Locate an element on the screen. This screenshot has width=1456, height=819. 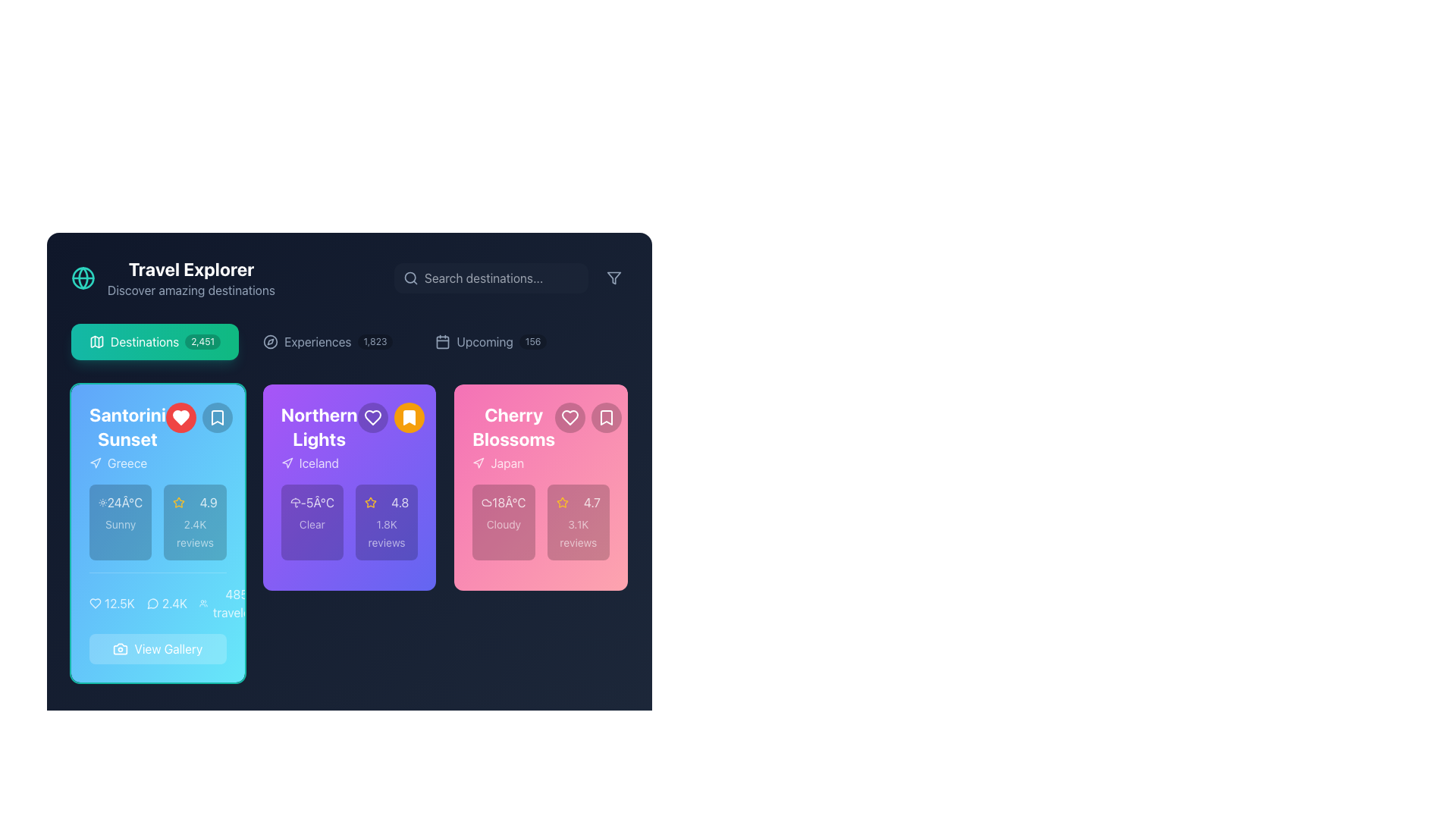
displayed text in the Information display box, which shows the temperature '-5°C' and the 'Clear' label beneath it is located at coordinates (311, 522).